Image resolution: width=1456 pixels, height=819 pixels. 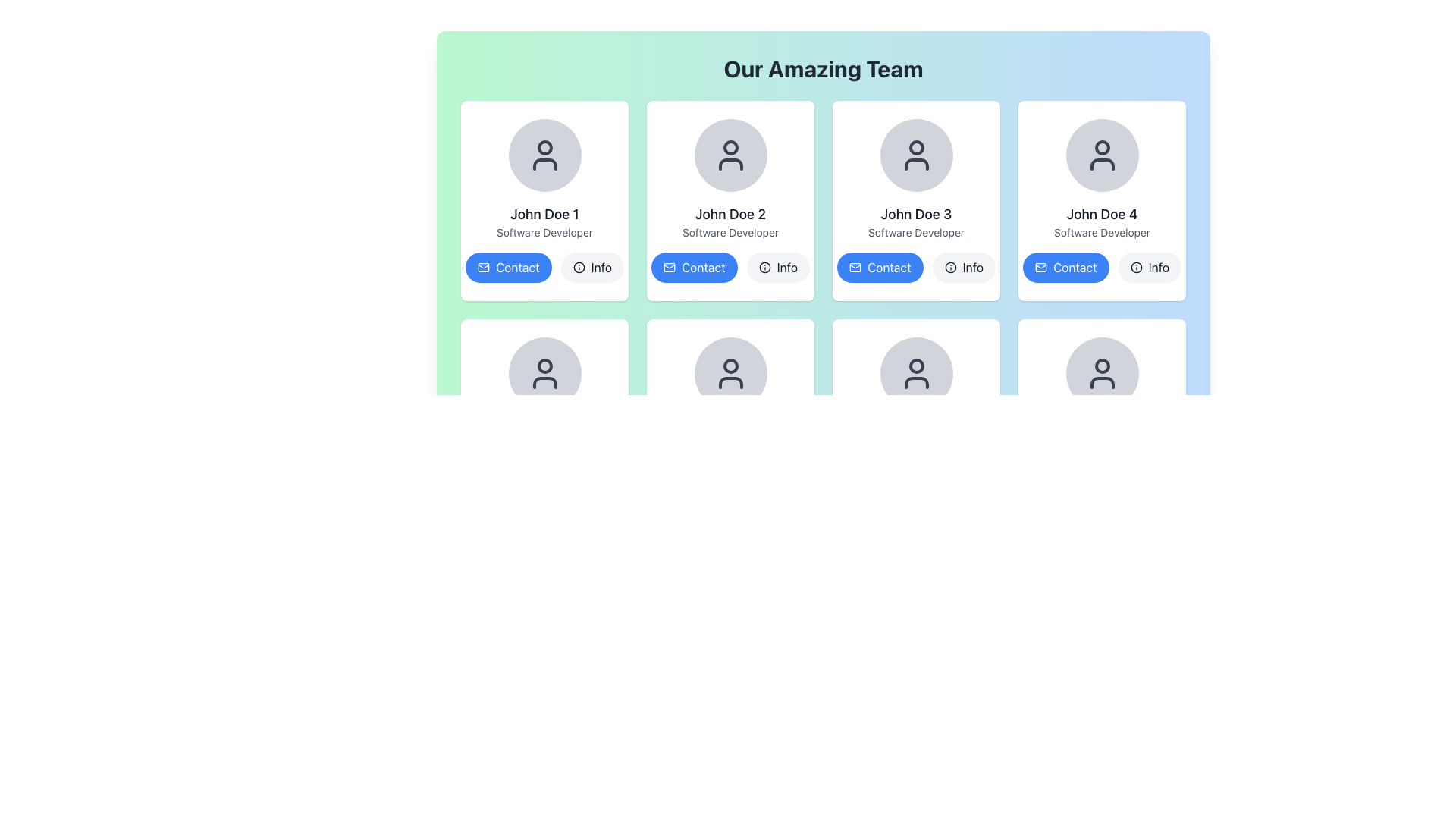 What do you see at coordinates (915, 164) in the screenshot?
I see `lower part of the SVG icon representing the user avatar for 'John Doe 3' in the card layout` at bounding box center [915, 164].